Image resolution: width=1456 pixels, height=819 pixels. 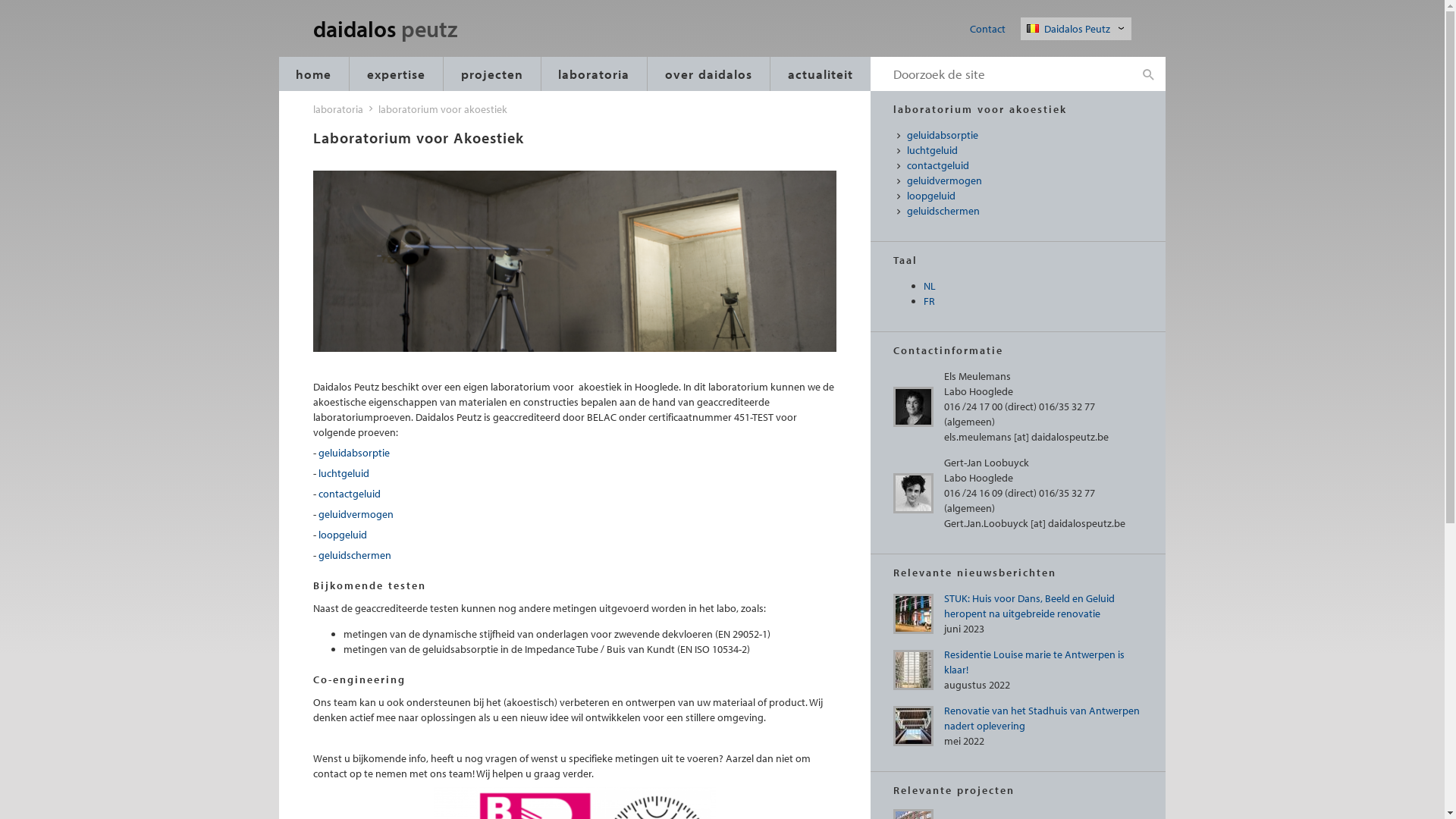 What do you see at coordinates (1025, 180) in the screenshot?
I see `'geluidvermogen'` at bounding box center [1025, 180].